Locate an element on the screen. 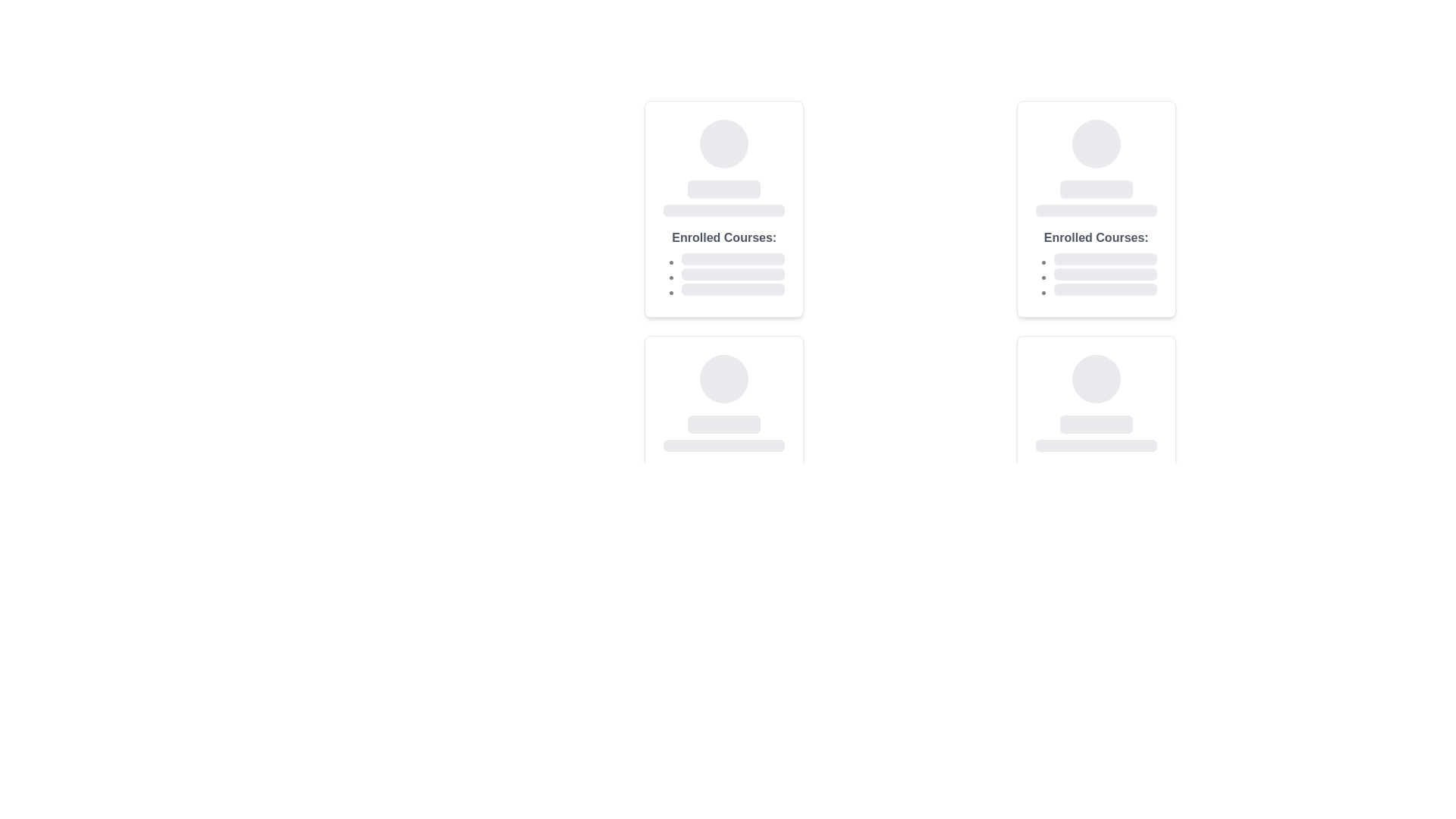 This screenshot has height=819, width=1456. the Text Label that indicates the content of the section below it, which pertains to courses the user has enrolled in is located at coordinates (723, 237).